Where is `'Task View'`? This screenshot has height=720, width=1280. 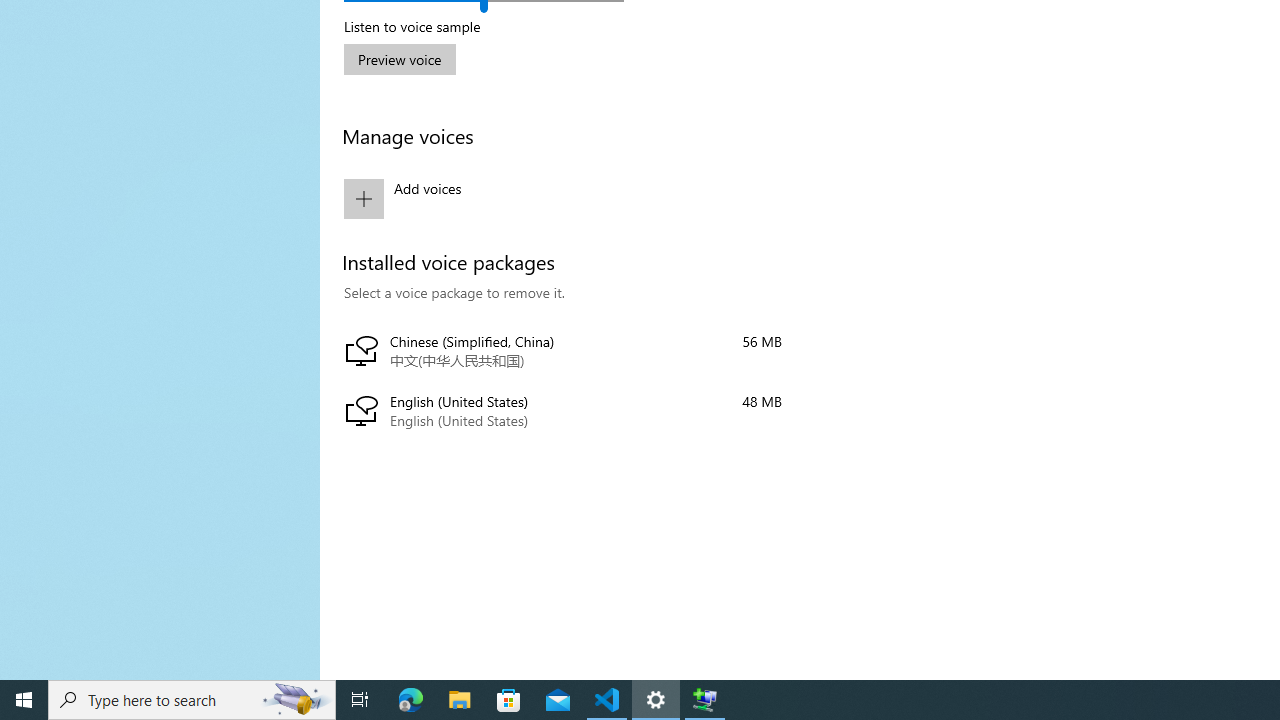 'Task View' is located at coordinates (359, 698).